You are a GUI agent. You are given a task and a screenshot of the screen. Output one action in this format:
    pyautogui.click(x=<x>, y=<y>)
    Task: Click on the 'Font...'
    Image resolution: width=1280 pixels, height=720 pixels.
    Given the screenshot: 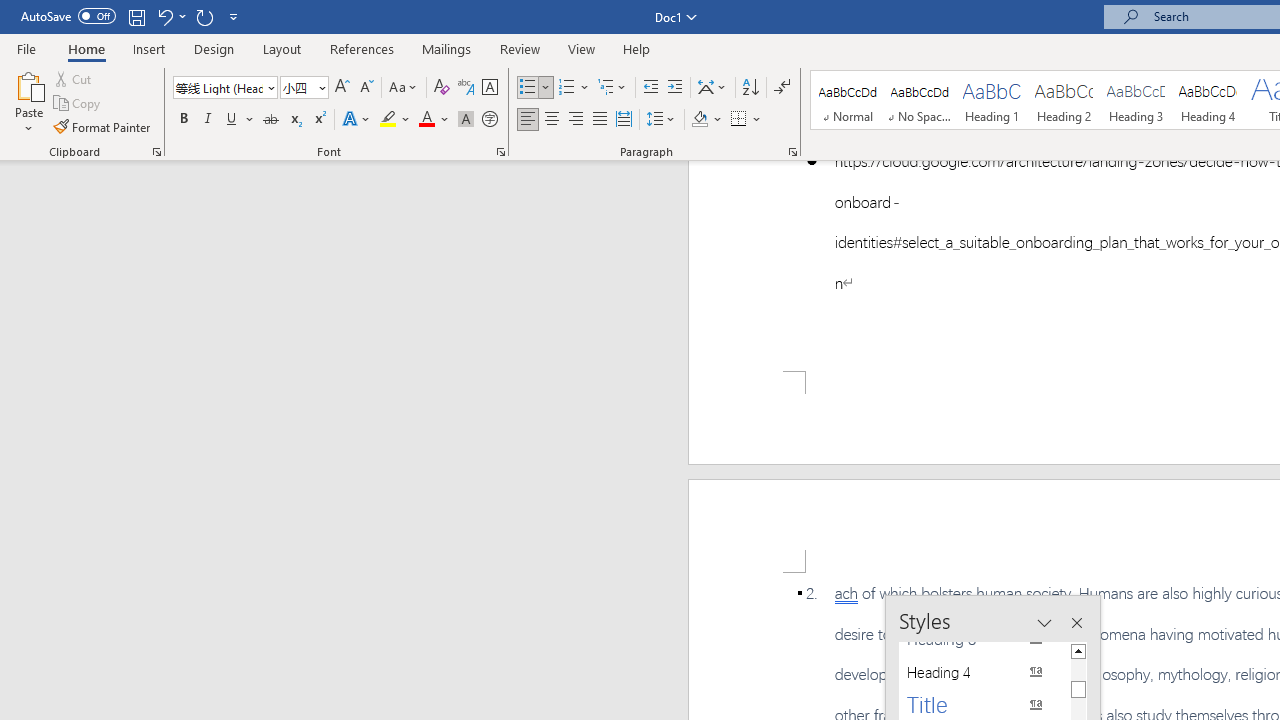 What is the action you would take?
    pyautogui.click(x=501, y=150)
    